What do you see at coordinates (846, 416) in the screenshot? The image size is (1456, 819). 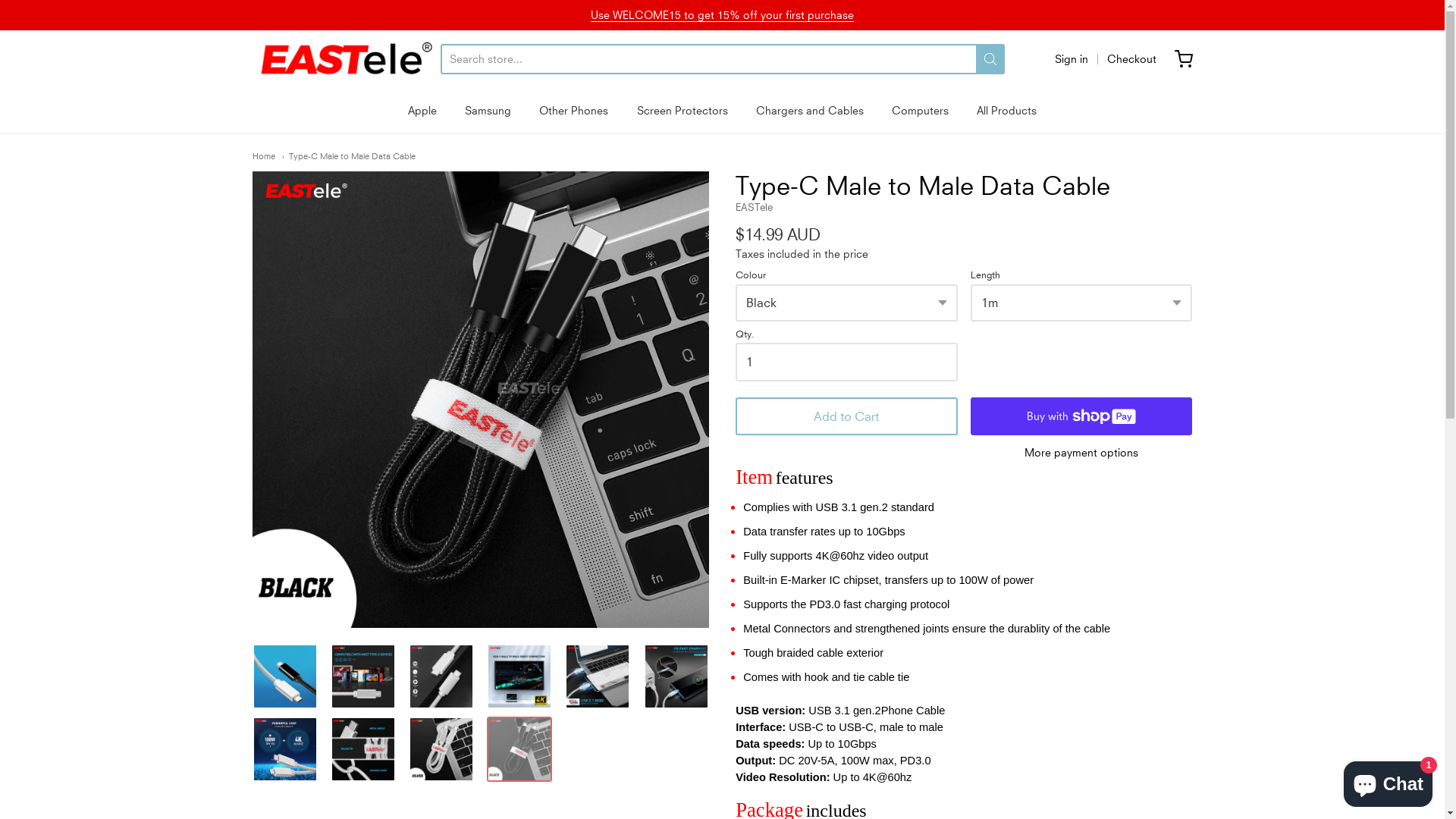 I see `'Add to Cart'` at bounding box center [846, 416].